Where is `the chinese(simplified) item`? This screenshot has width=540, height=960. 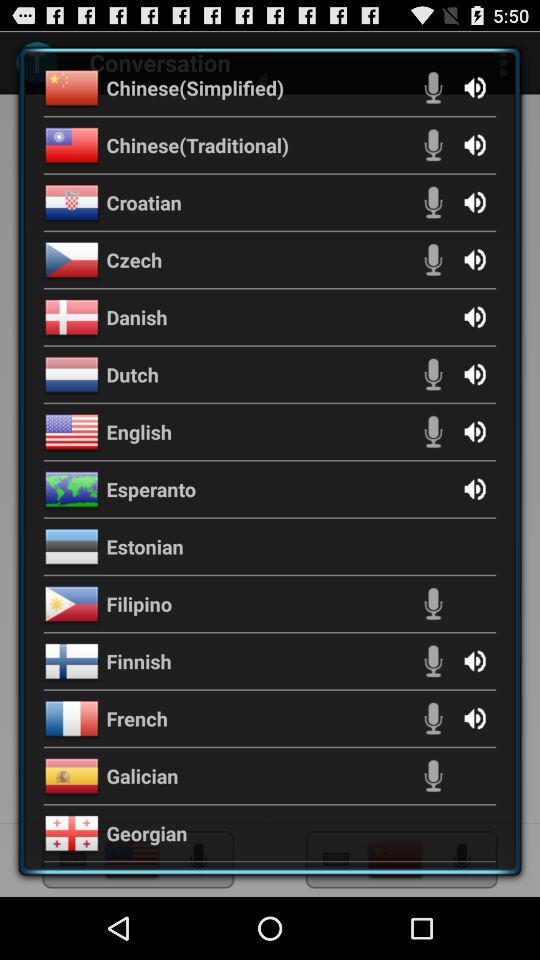 the chinese(simplified) item is located at coordinates (195, 87).